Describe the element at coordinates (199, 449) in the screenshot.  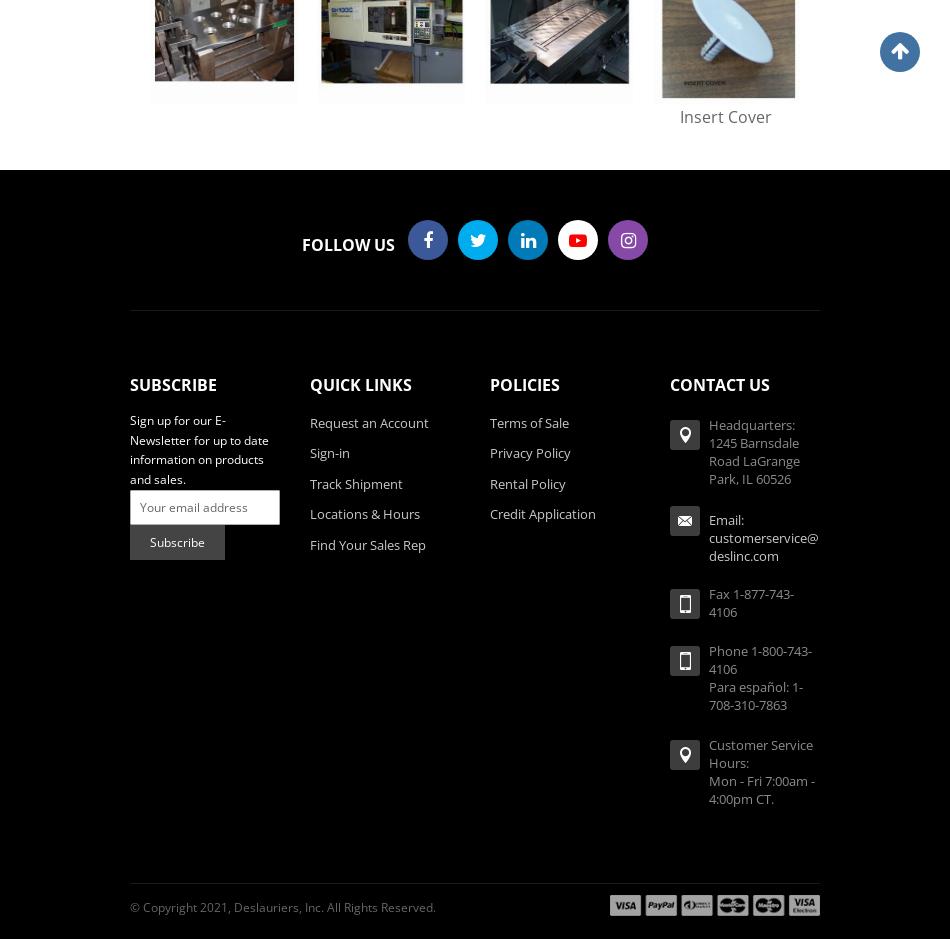
I see `'Sign up for our E-Newsletter for up to date information on products and sales.'` at that location.